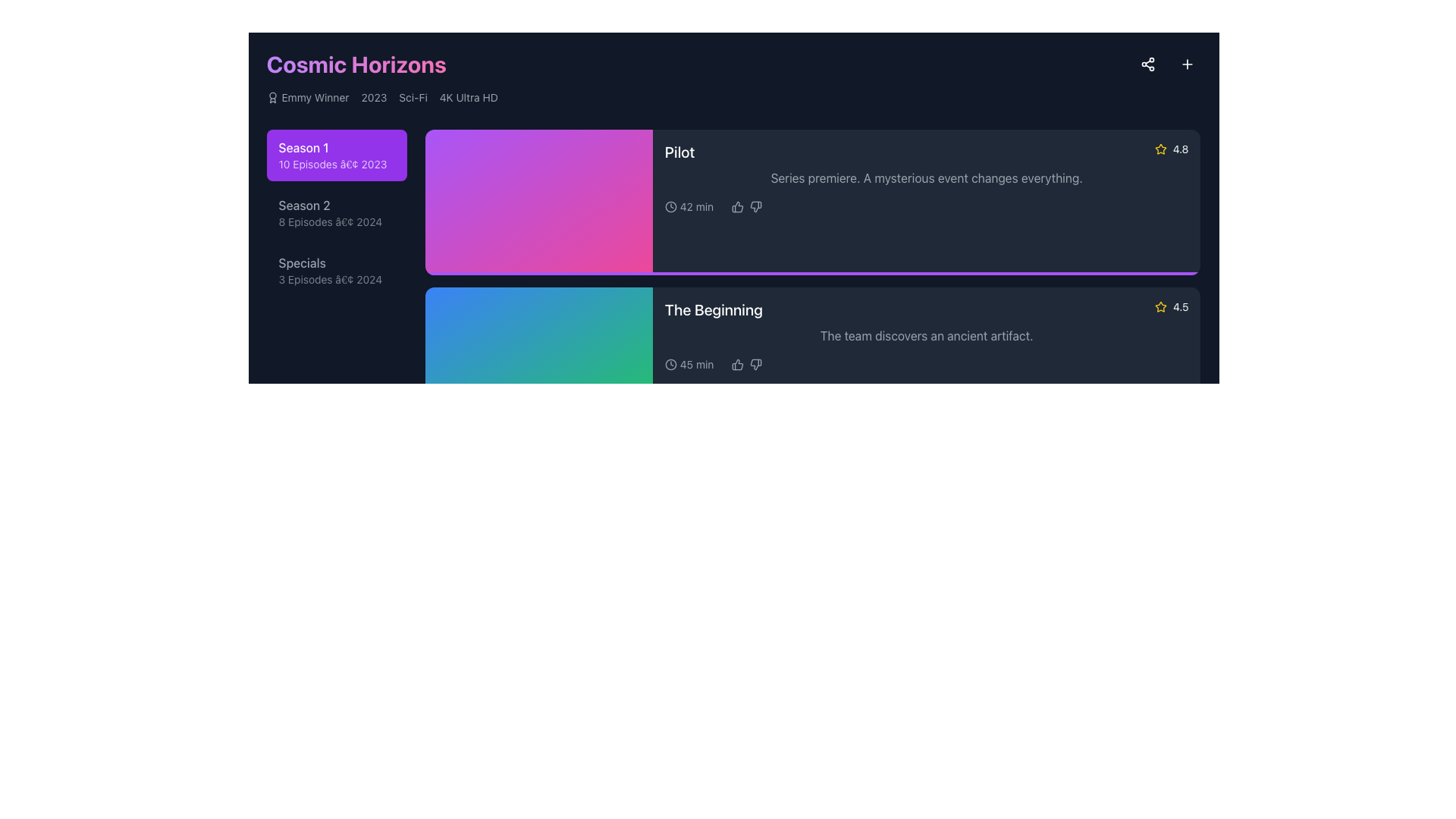  Describe the element at coordinates (336, 155) in the screenshot. I see `the selection button for Season 1, which is the topmost item in the vertical list of season buttons located in the upper left region of the content area` at that location.